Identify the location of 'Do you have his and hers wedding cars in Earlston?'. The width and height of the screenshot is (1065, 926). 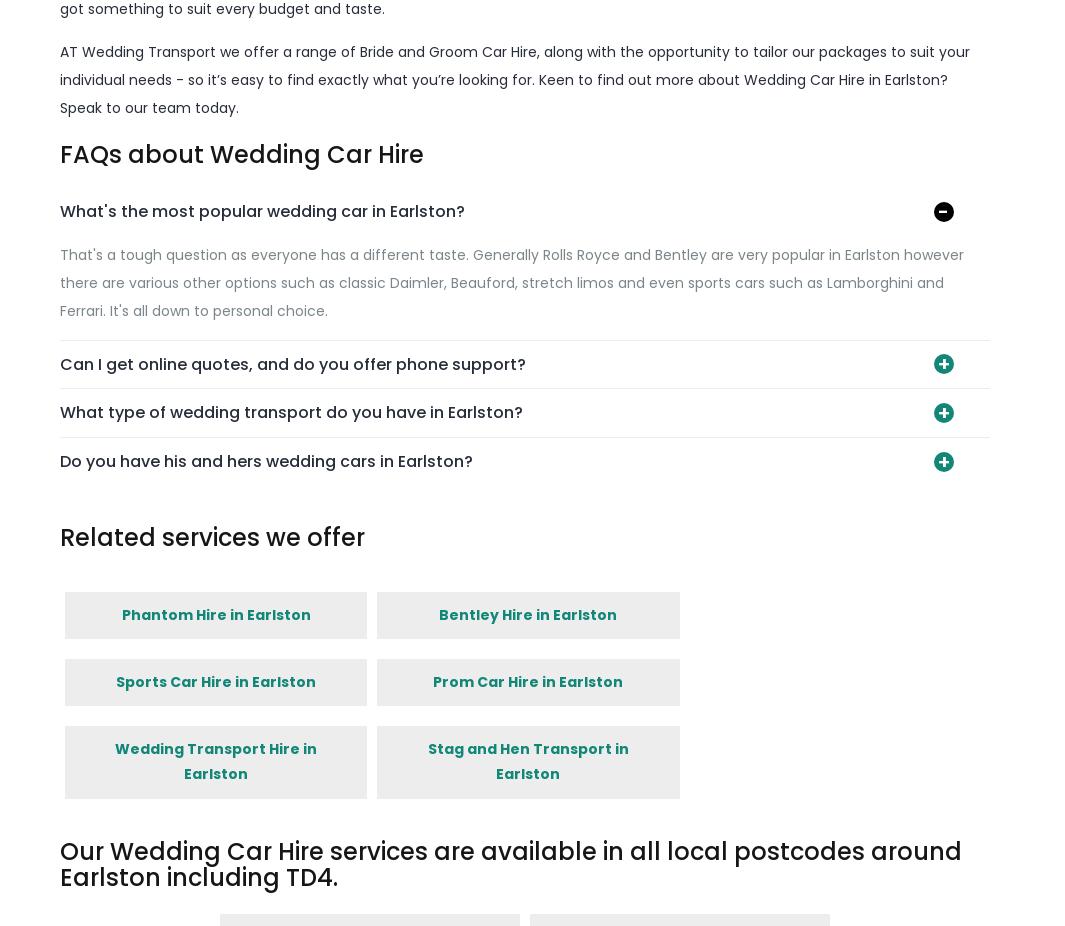
(58, 460).